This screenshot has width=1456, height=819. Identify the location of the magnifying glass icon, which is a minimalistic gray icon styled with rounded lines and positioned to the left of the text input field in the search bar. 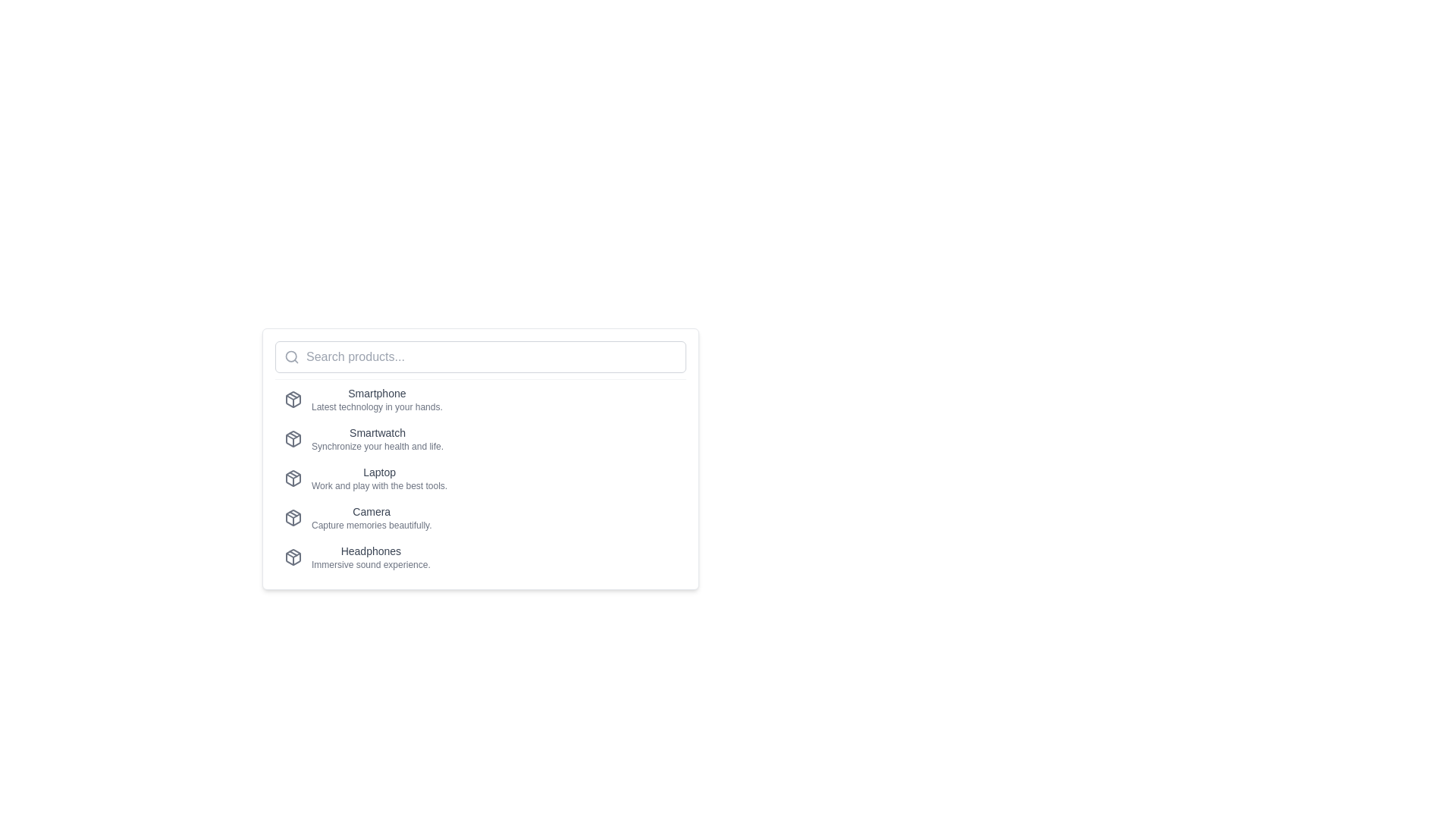
(291, 356).